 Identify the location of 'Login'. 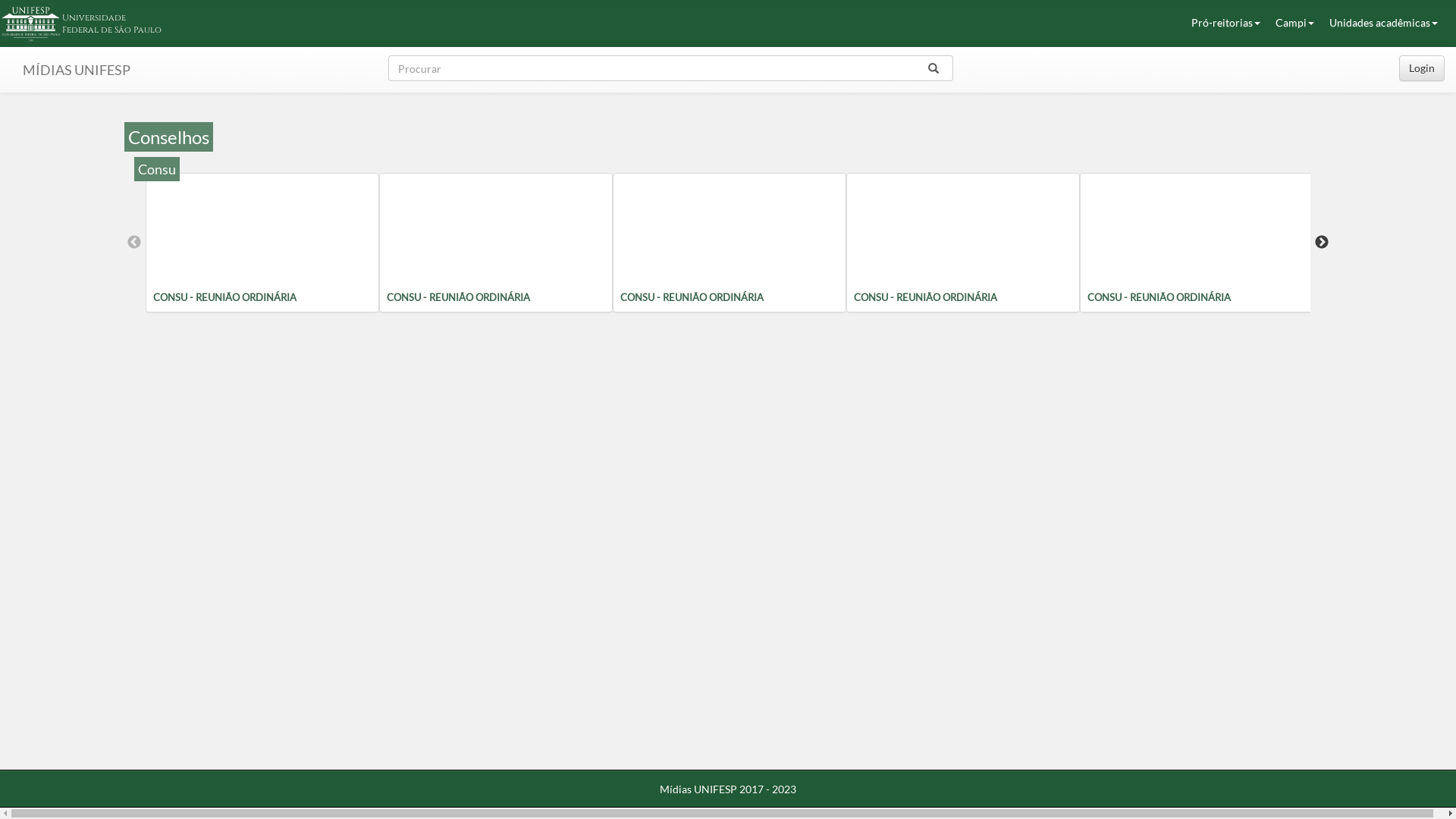
(1421, 67).